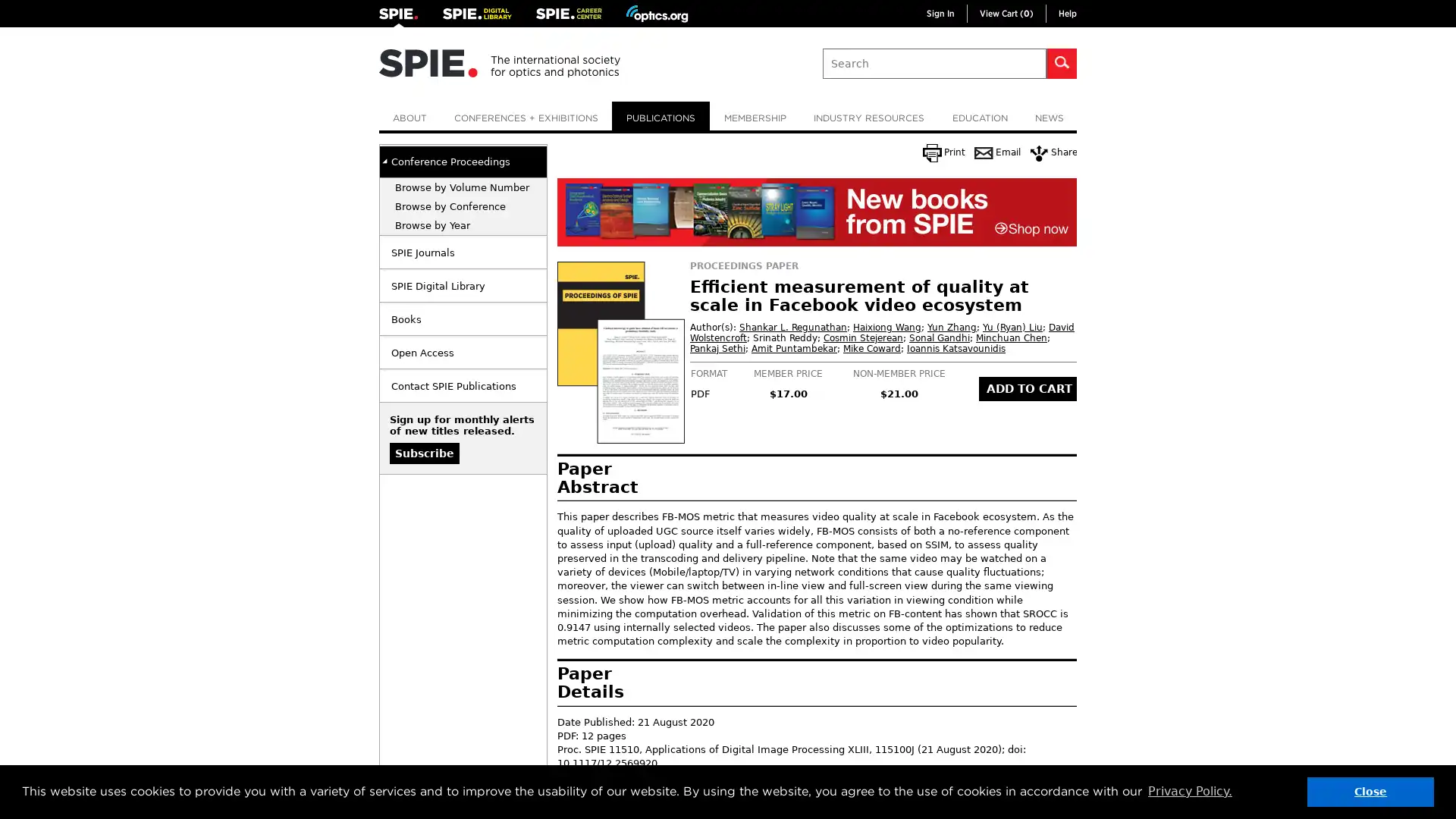  What do you see at coordinates (1189, 791) in the screenshot?
I see `learn more about cookies` at bounding box center [1189, 791].